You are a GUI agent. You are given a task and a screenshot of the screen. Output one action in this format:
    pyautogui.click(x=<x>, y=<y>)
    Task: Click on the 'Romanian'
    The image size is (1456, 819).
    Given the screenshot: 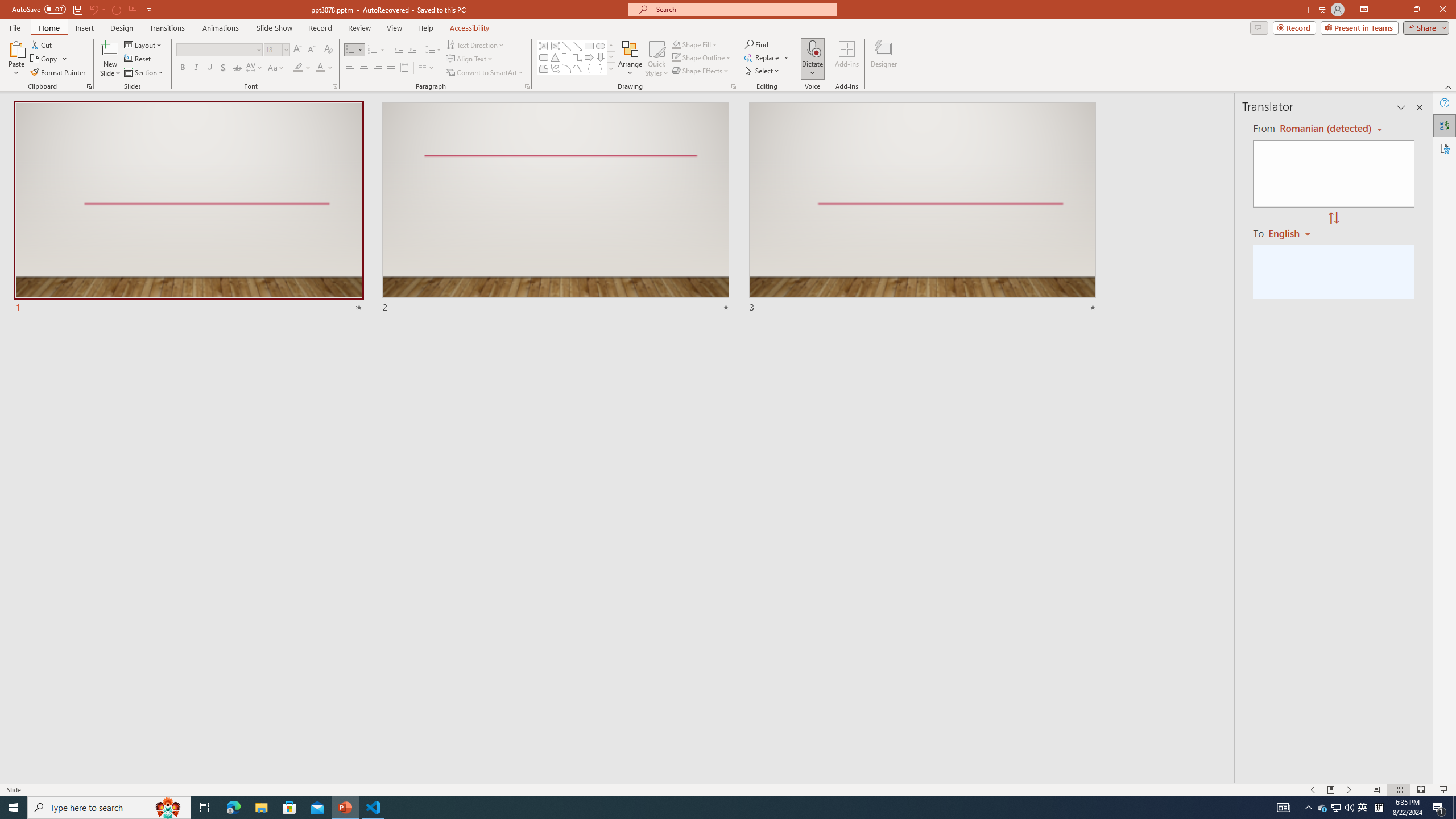 What is the action you would take?
    pyautogui.click(x=1293, y=233)
    